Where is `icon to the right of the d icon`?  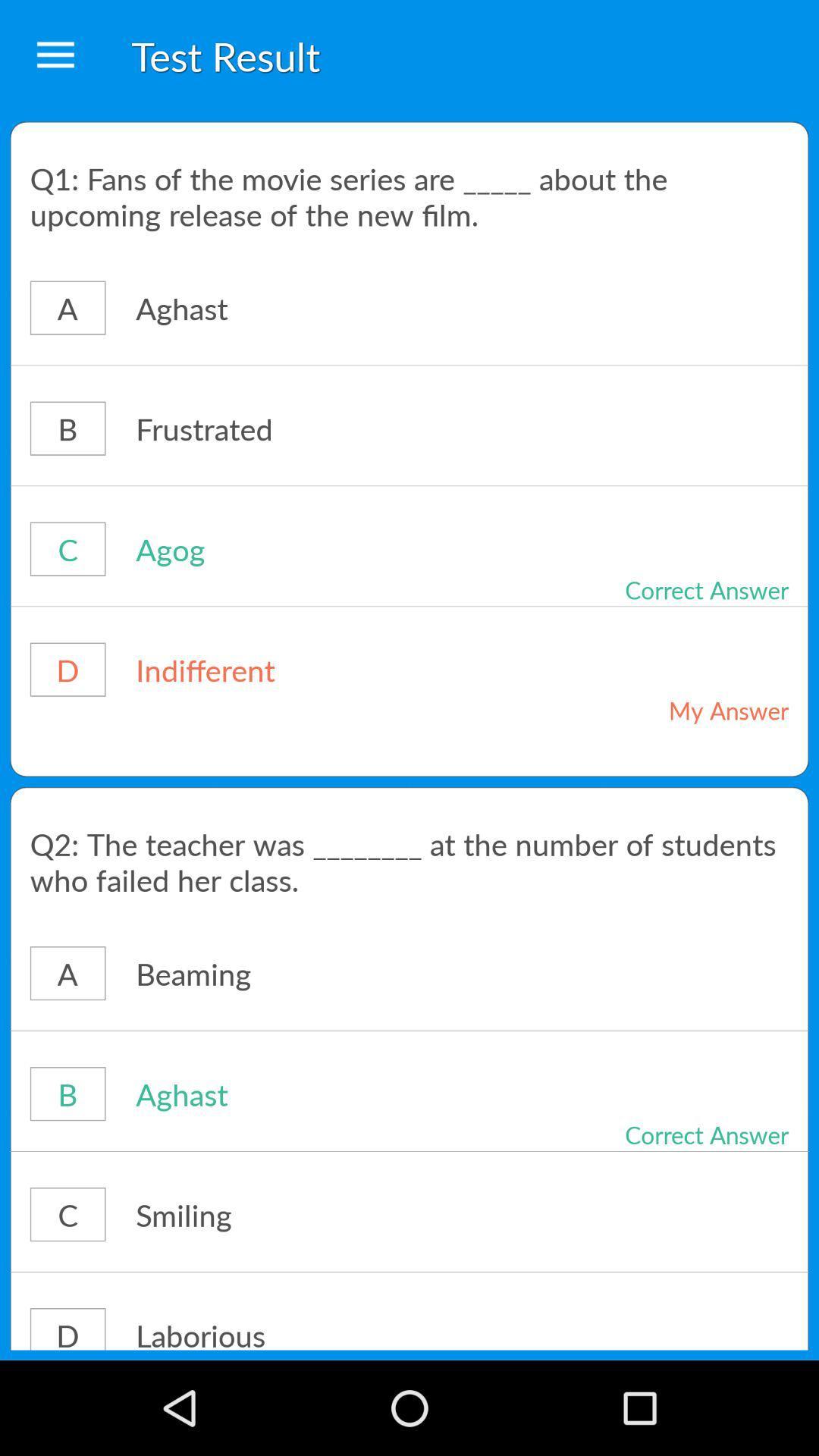 icon to the right of the d icon is located at coordinates (313, 669).